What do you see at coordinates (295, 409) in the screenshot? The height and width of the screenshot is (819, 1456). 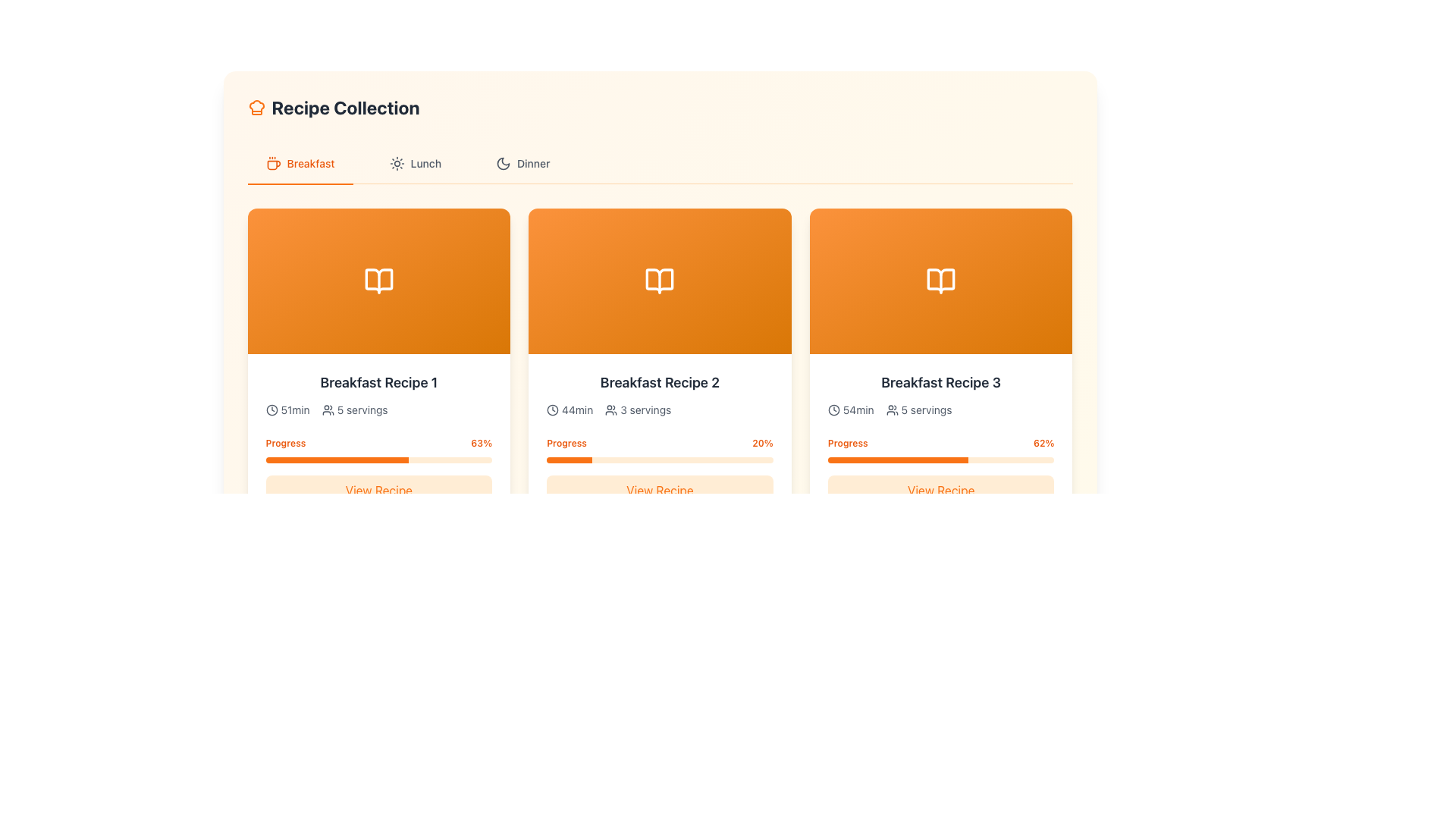 I see `the text label indicating the preparation or cooking time for 'Breakfast Recipe 1' in the 'Recipe Collection' section` at bounding box center [295, 409].